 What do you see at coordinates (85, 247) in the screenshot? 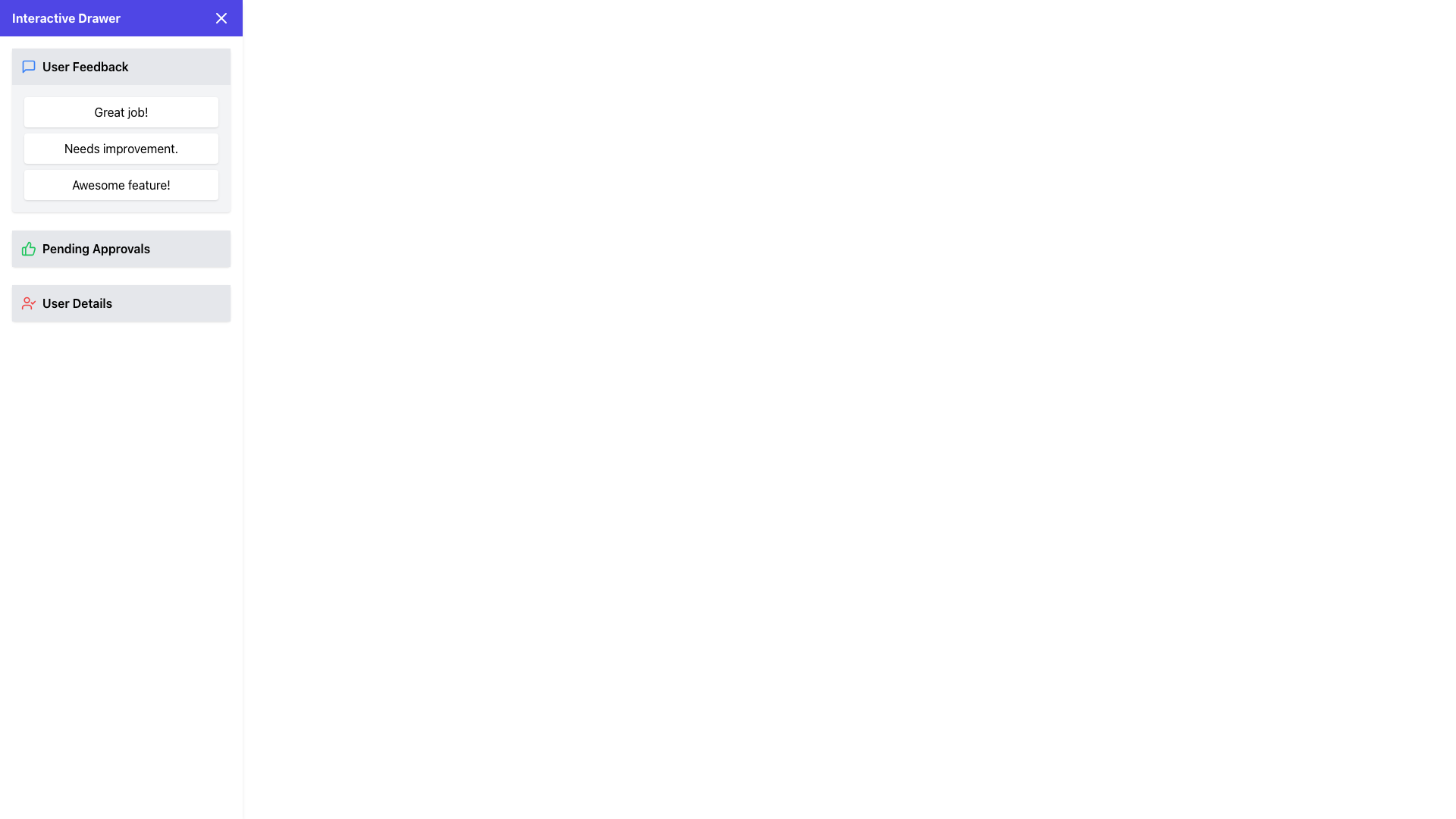
I see `the Interactive Label with Icon displaying 'Pending Approvals' which features a green thumbs-up icon and is located in the Interactive Drawer component` at bounding box center [85, 247].